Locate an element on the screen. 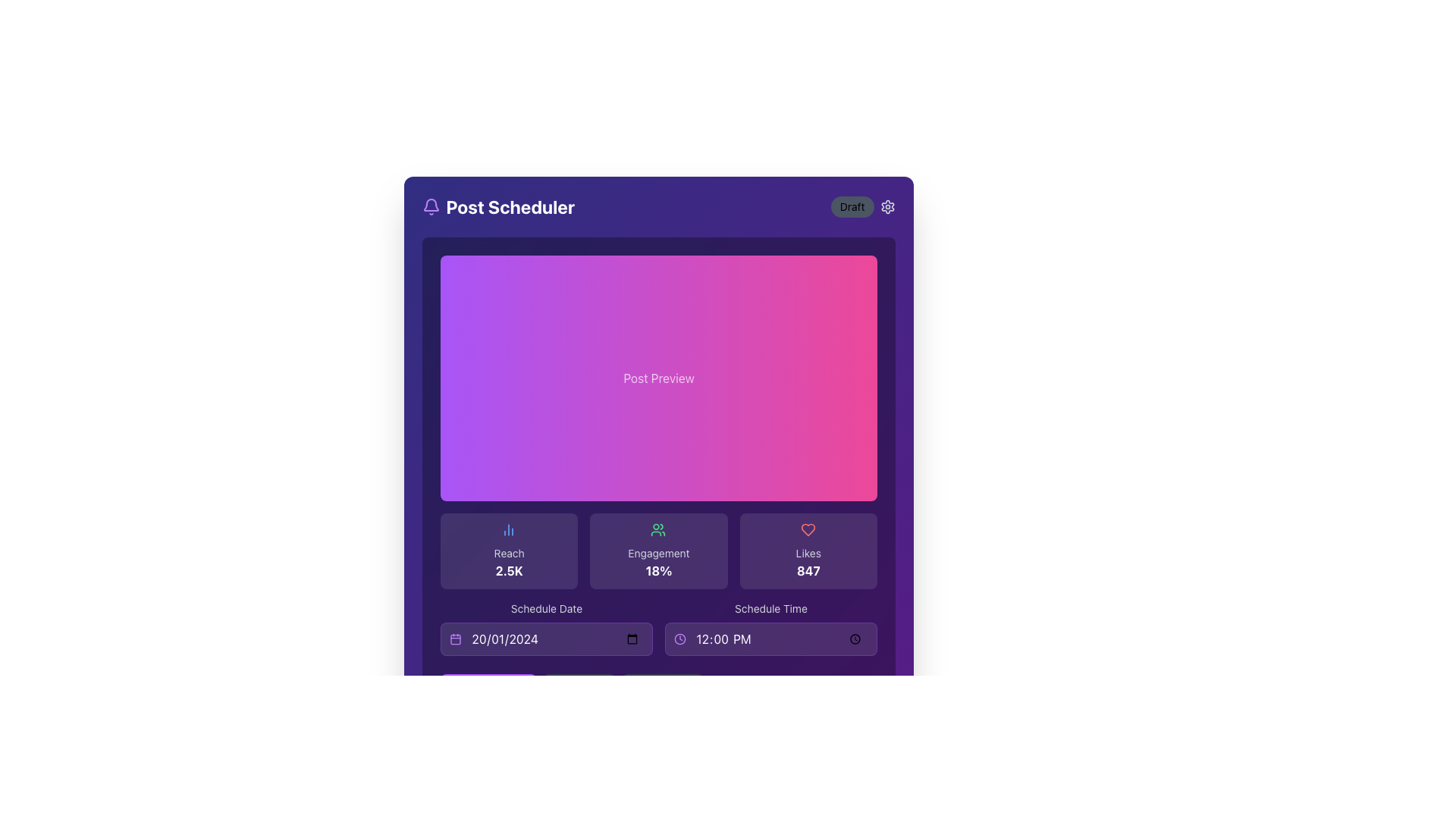  the label text that reads 'Schedule Time,' displayed in a small gray font on a purple background, located above the time selector input field in the form is located at coordinates (770, 607).